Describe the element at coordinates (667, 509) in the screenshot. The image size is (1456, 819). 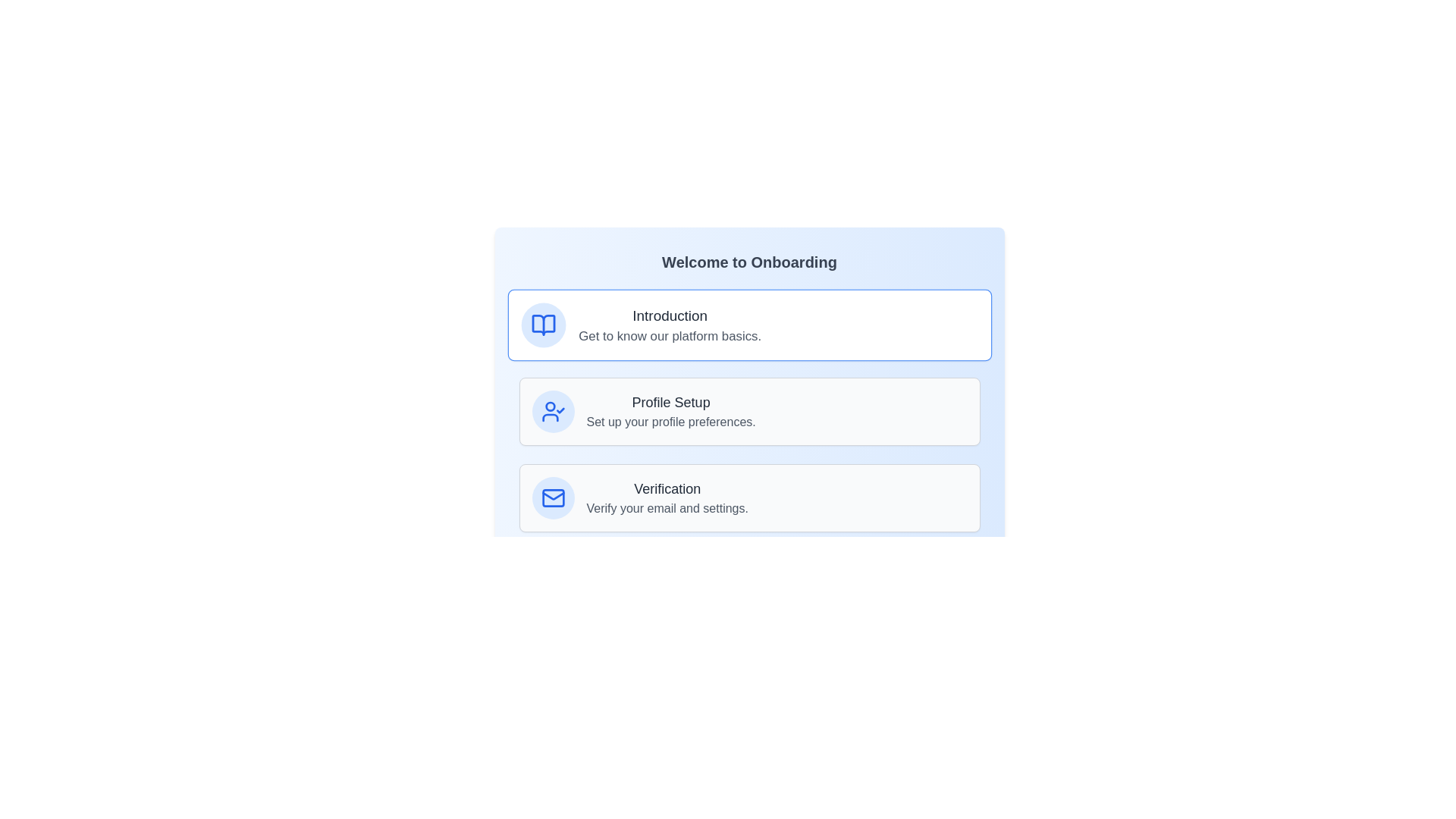
I see `the text label that says 'Verify your email and settings.' which is styled in muted gray and is located under the 'Verification' title in the bottom-most card of the vertically stacked list` at that location.